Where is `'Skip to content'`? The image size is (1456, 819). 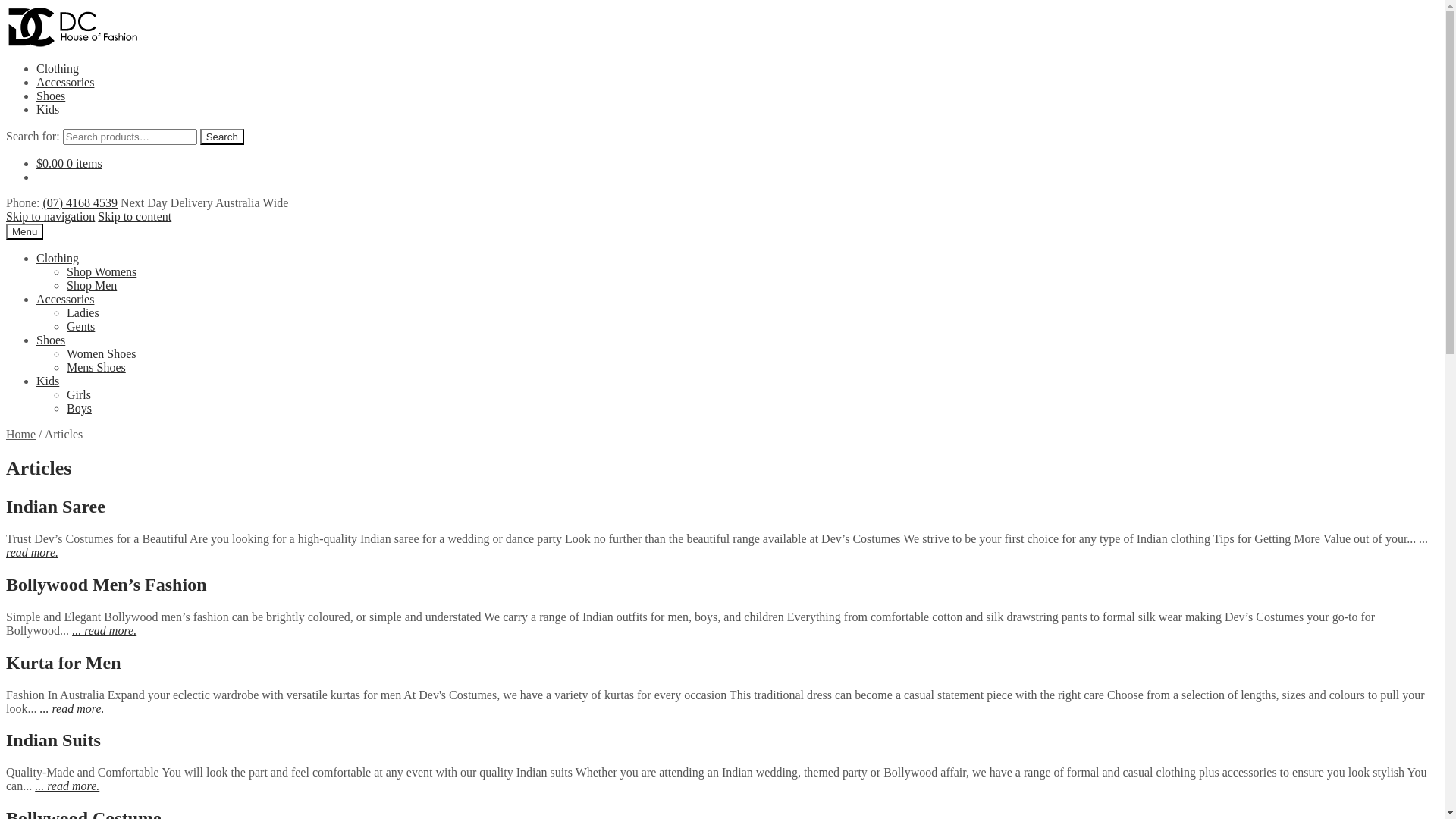 'Skip to content' is located at coordinates (97, 216).